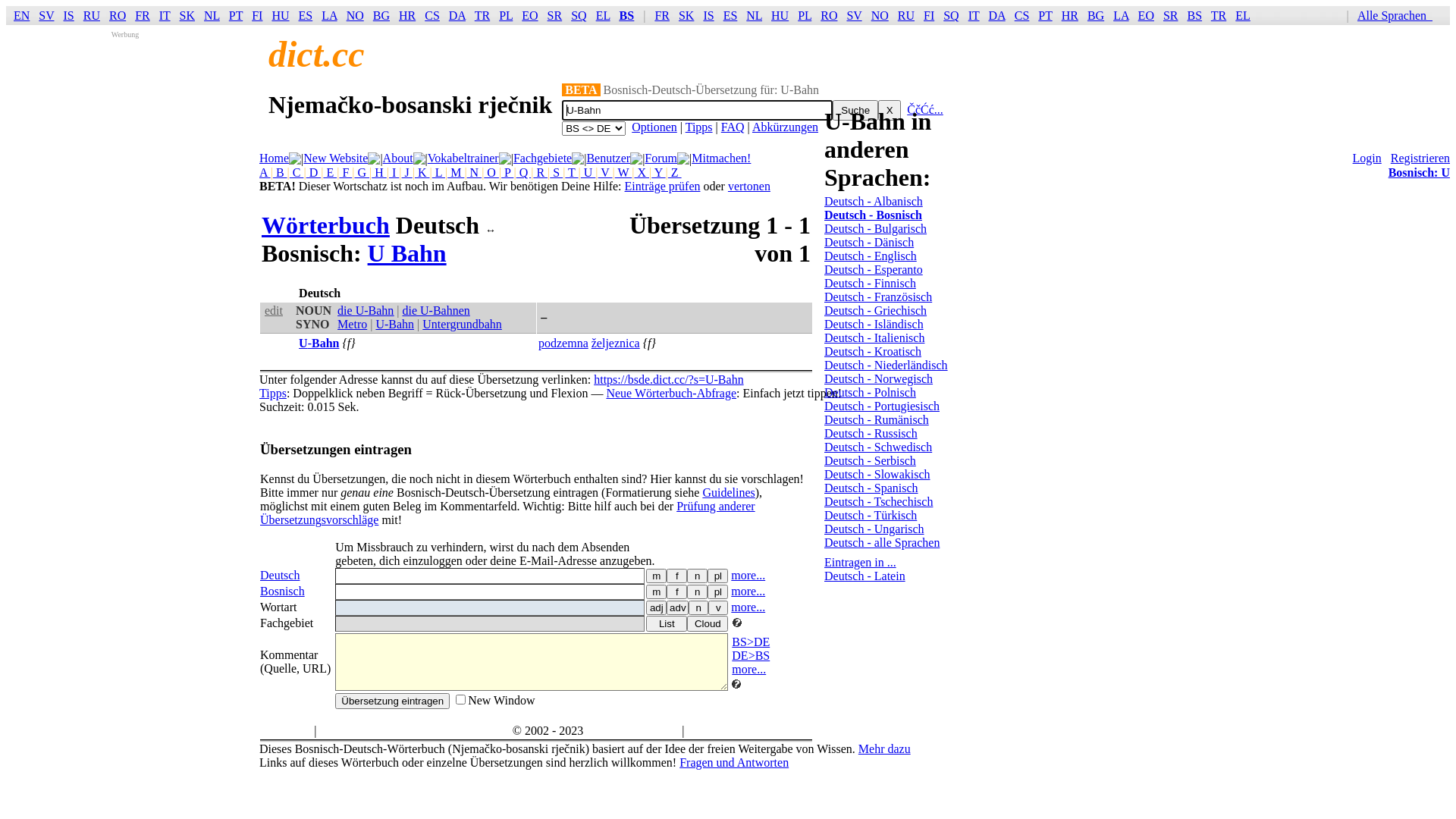 This screenshot has height=819, width=1456. What do you see at coordinates (365, 309) in the screenshot?
I see `'die U-Bahn'` at bounding box center [365, 309].